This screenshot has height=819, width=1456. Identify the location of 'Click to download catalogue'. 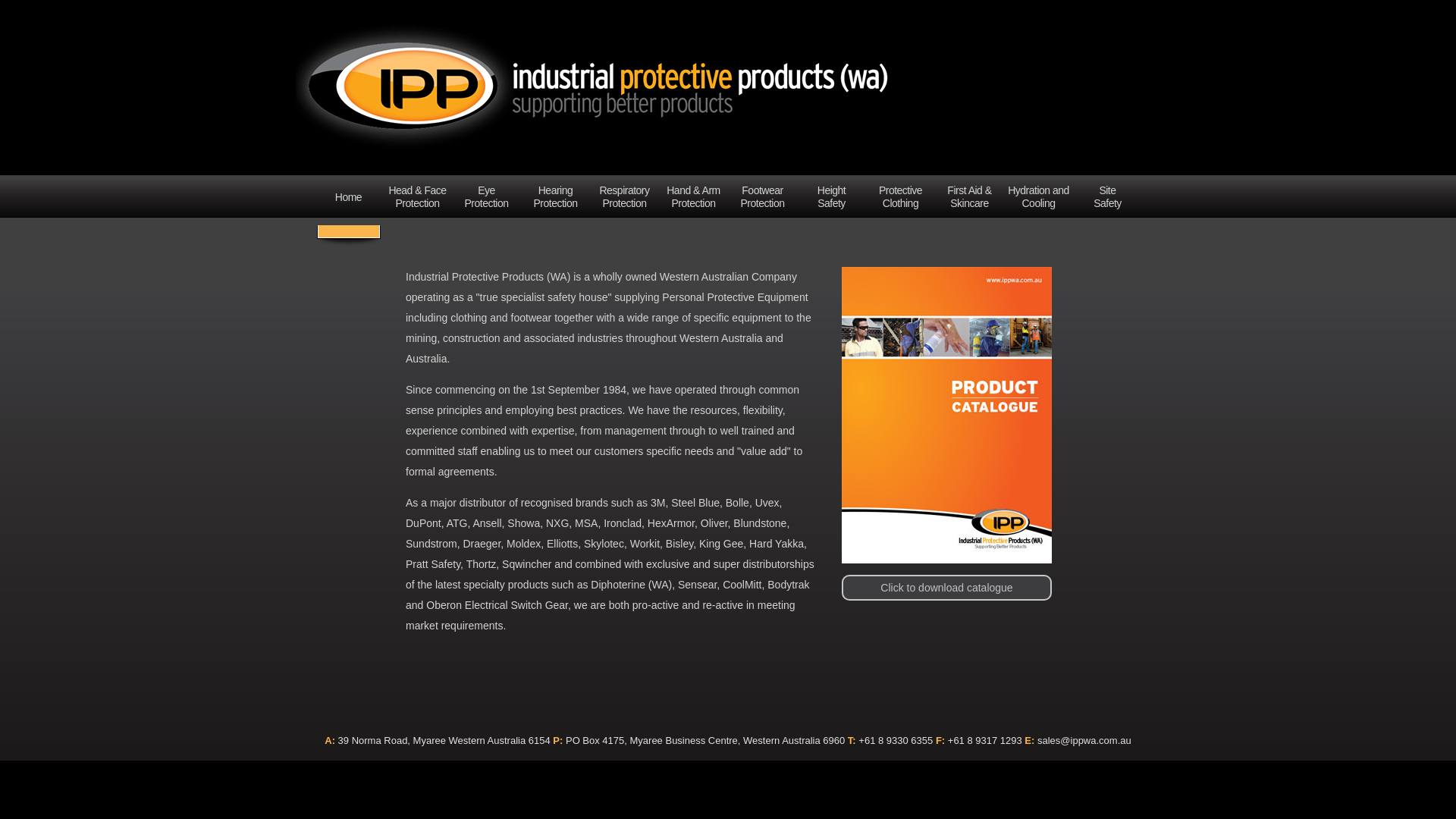
(1001, 504).